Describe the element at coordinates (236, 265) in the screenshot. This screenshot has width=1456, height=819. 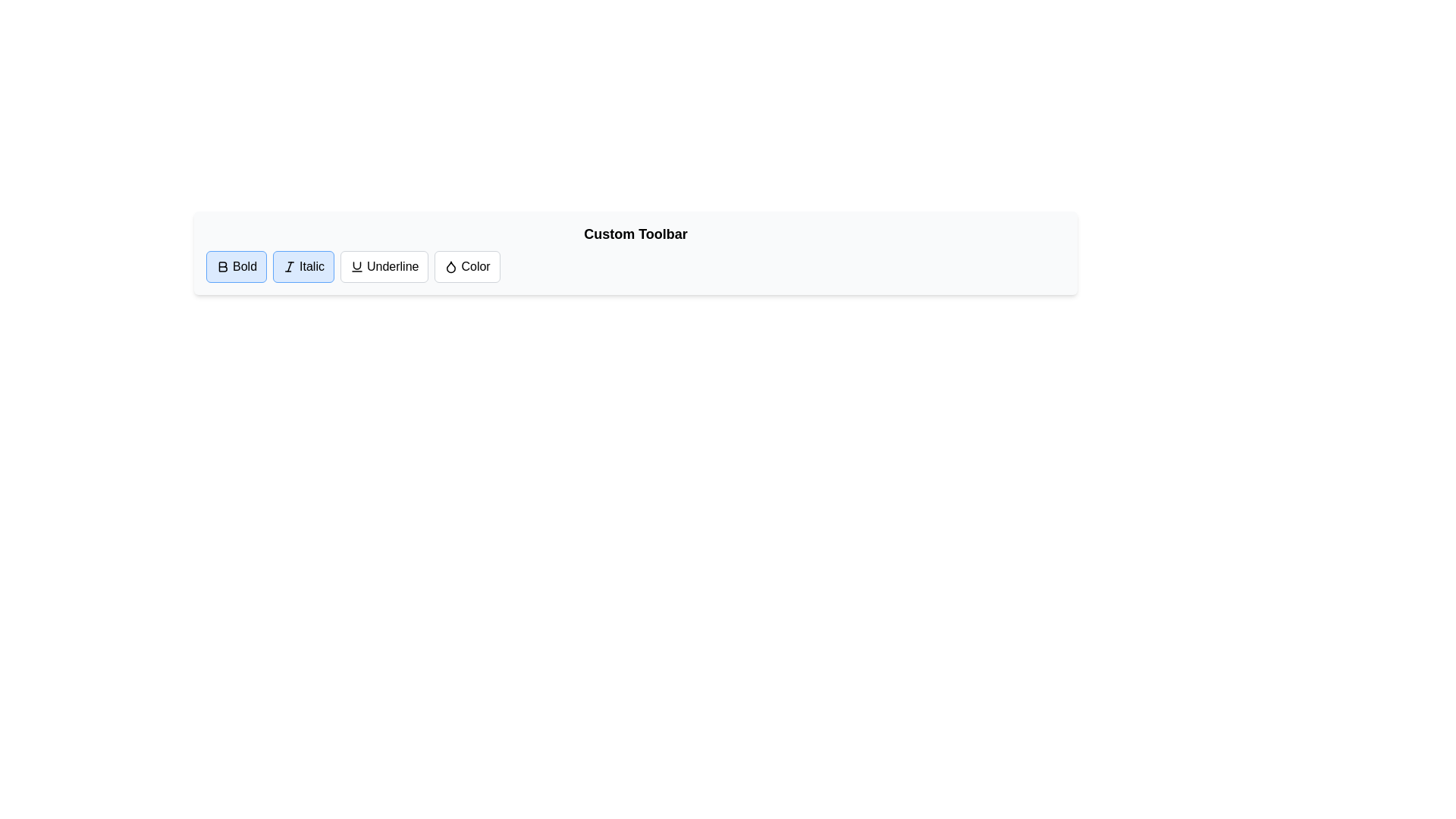
I see `the bold styling toggle button located at the leftmost position in the horizontal toolbar` at that location.